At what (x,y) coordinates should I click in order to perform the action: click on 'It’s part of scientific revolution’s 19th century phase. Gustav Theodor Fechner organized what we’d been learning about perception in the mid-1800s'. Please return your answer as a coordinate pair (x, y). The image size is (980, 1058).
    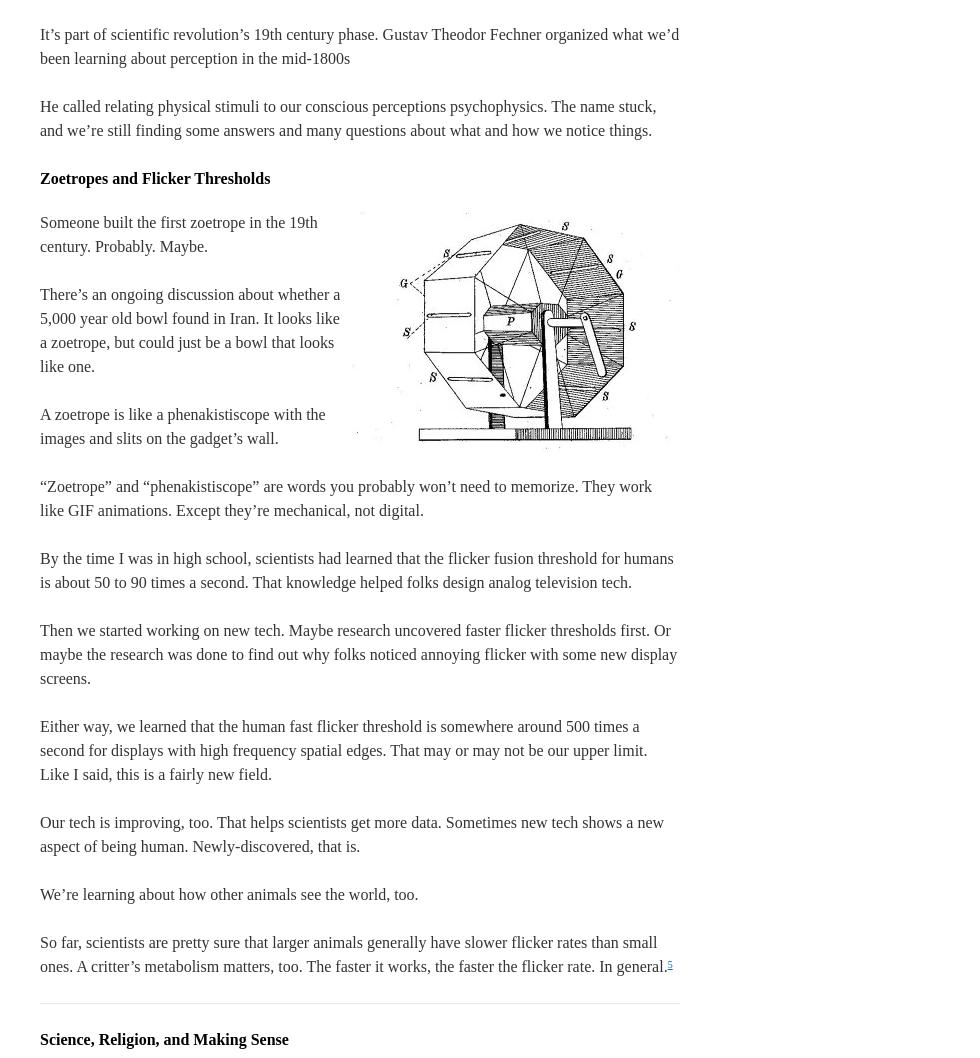
    Looking at the image, I should click on (39, 46).